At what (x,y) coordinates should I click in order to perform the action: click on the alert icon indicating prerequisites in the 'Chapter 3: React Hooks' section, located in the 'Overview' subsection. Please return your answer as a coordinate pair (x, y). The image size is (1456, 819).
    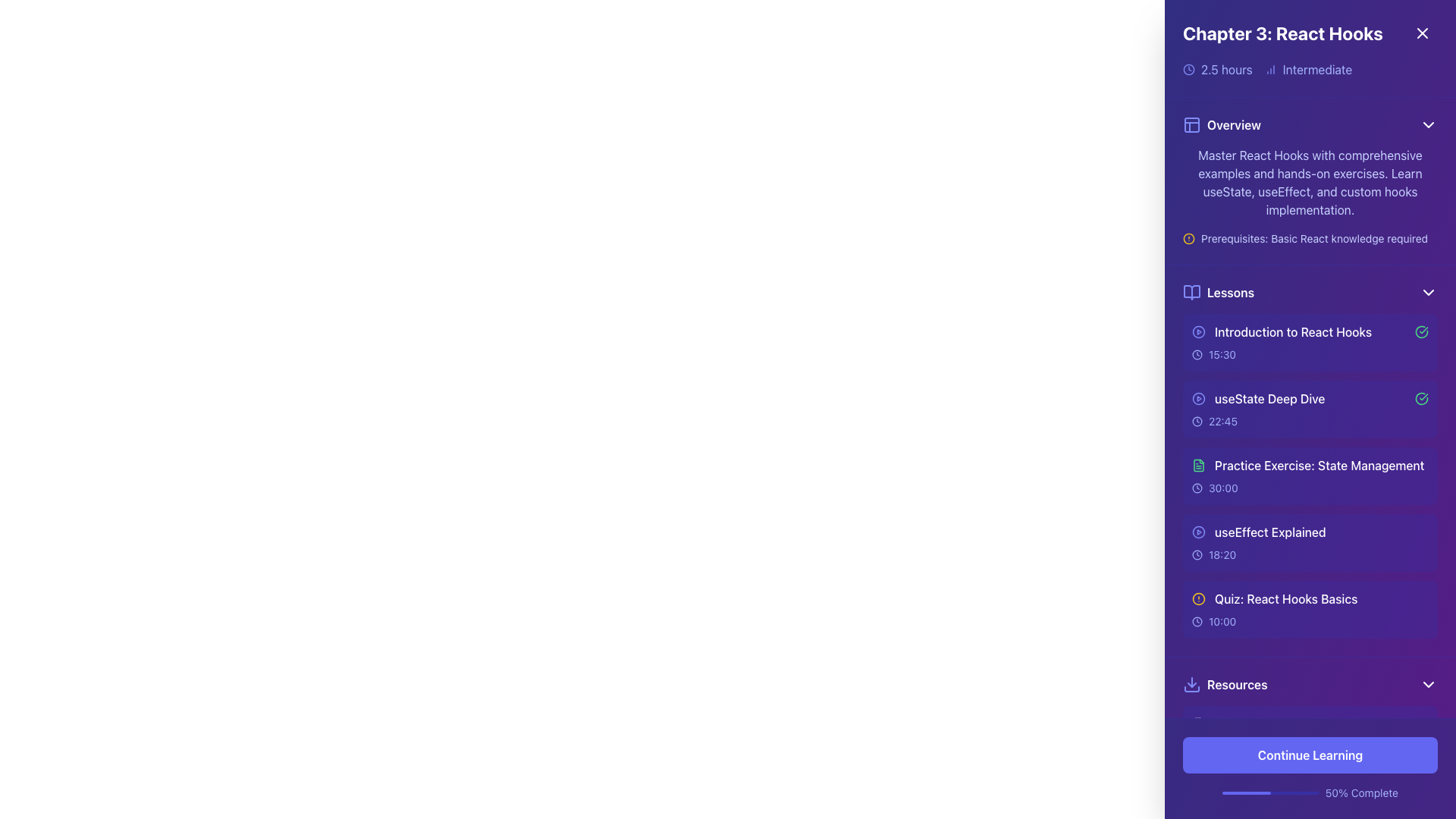
    Looking at the image, I should click on (1188, 239).